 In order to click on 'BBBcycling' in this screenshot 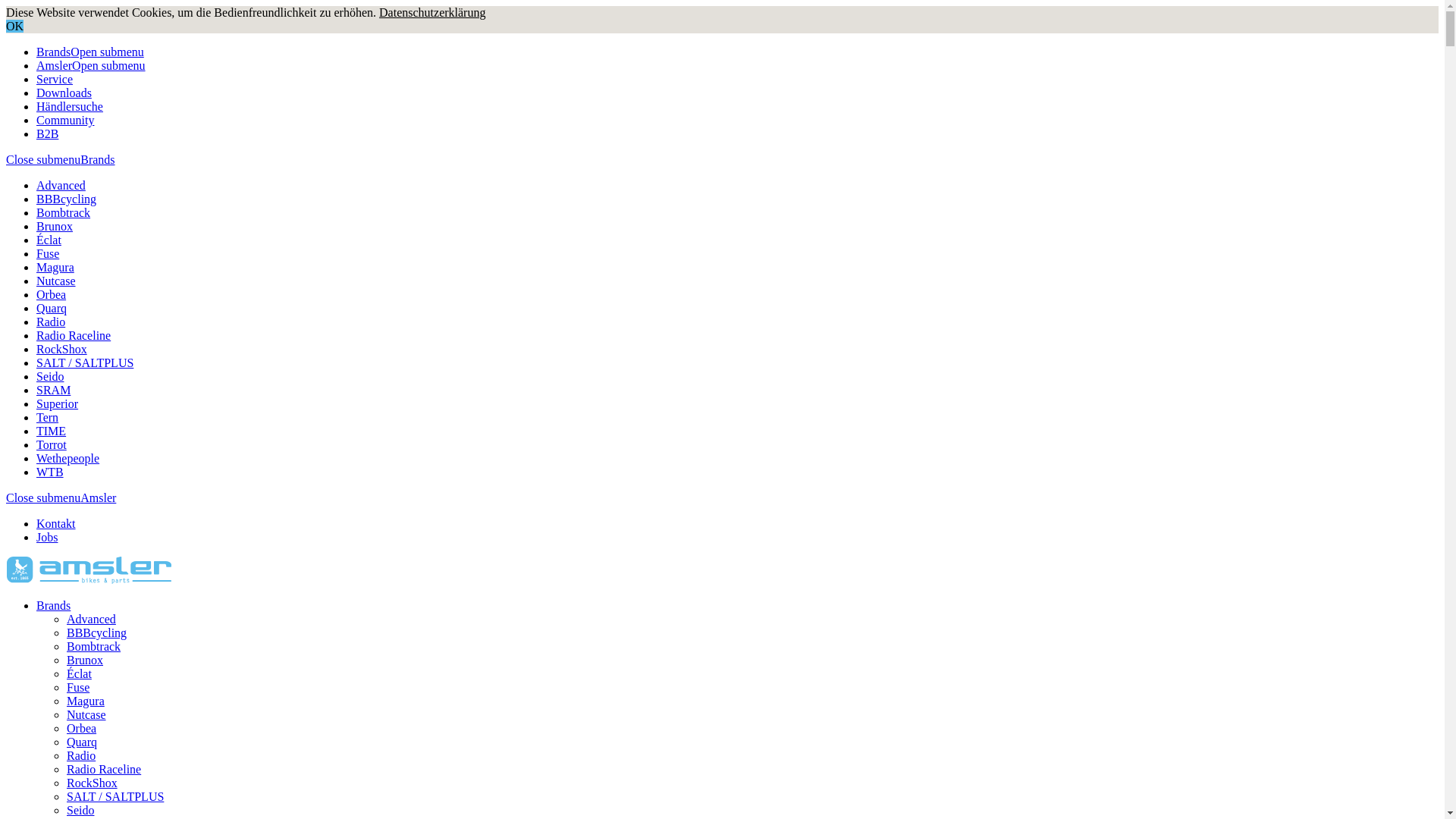, I will do `click(96, 632)`.